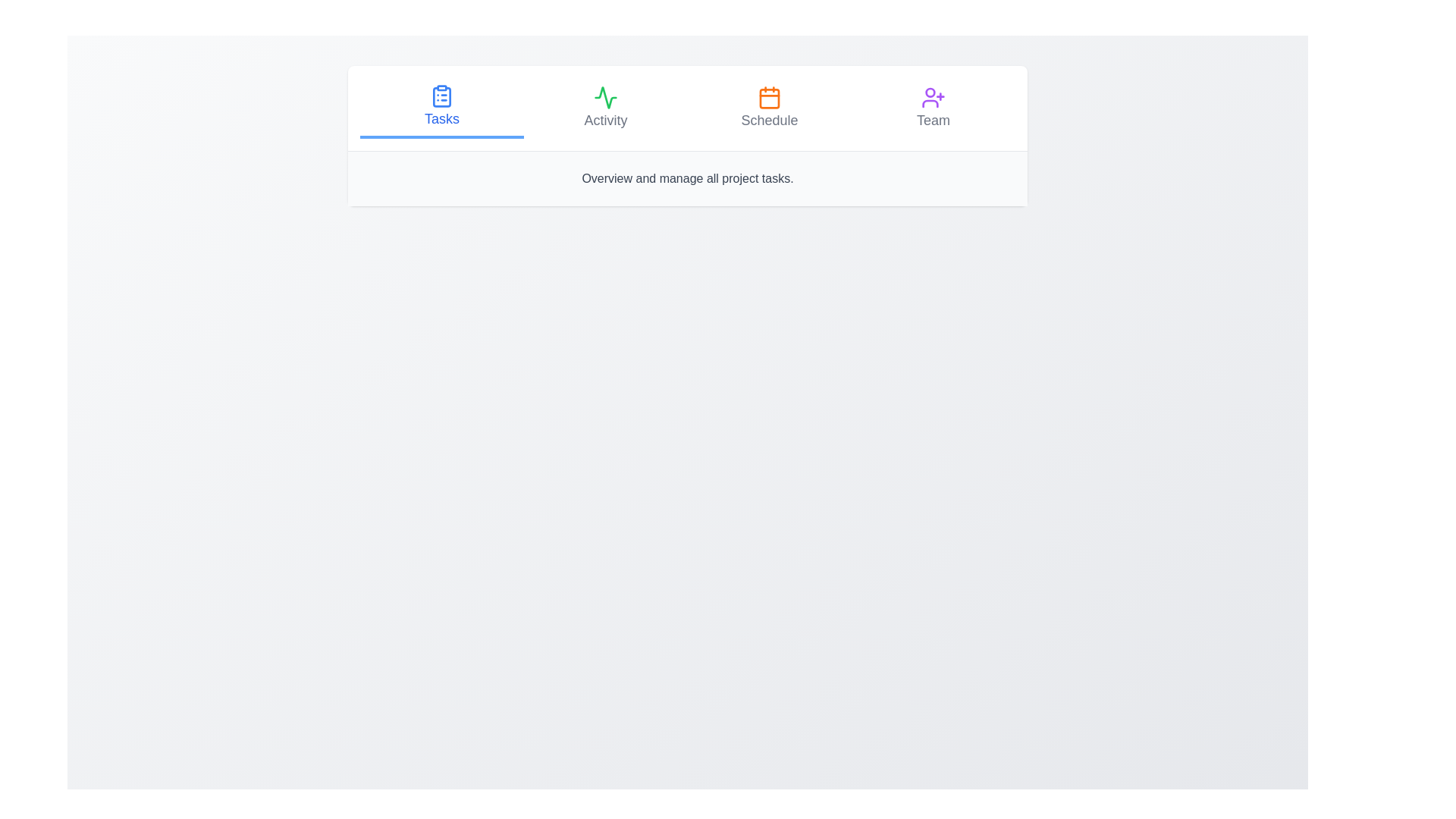 The height and width of the screenshot is (819, 1456). What do you see at coordinates (769, 107) in the screenshot?
I see `the Schedule tab` at bounding box center [769, 107].